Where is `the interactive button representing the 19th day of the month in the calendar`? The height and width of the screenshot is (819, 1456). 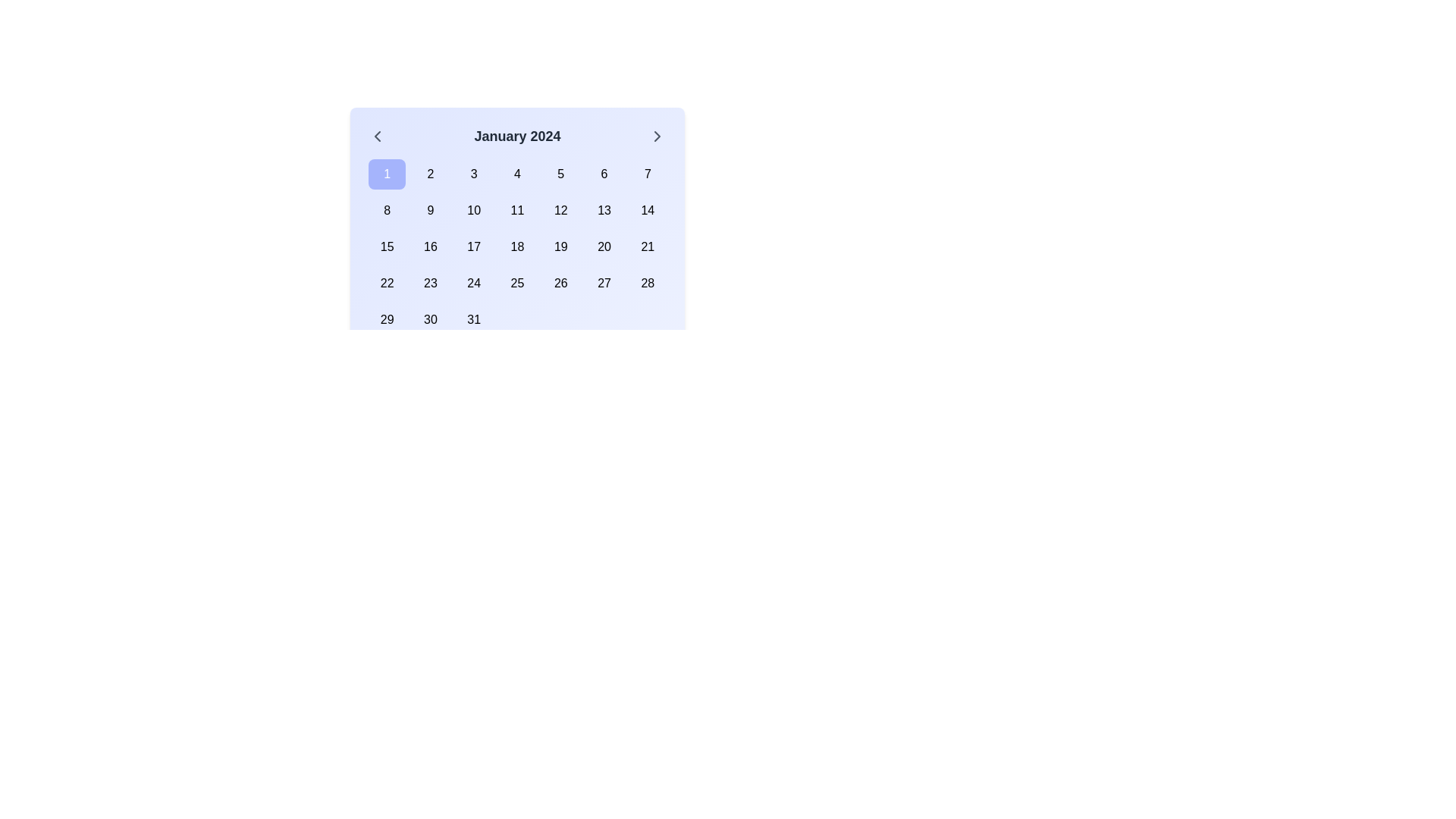
the interactive button representing the 19th day of the month in the calendar is located at coordinates (560, 246).